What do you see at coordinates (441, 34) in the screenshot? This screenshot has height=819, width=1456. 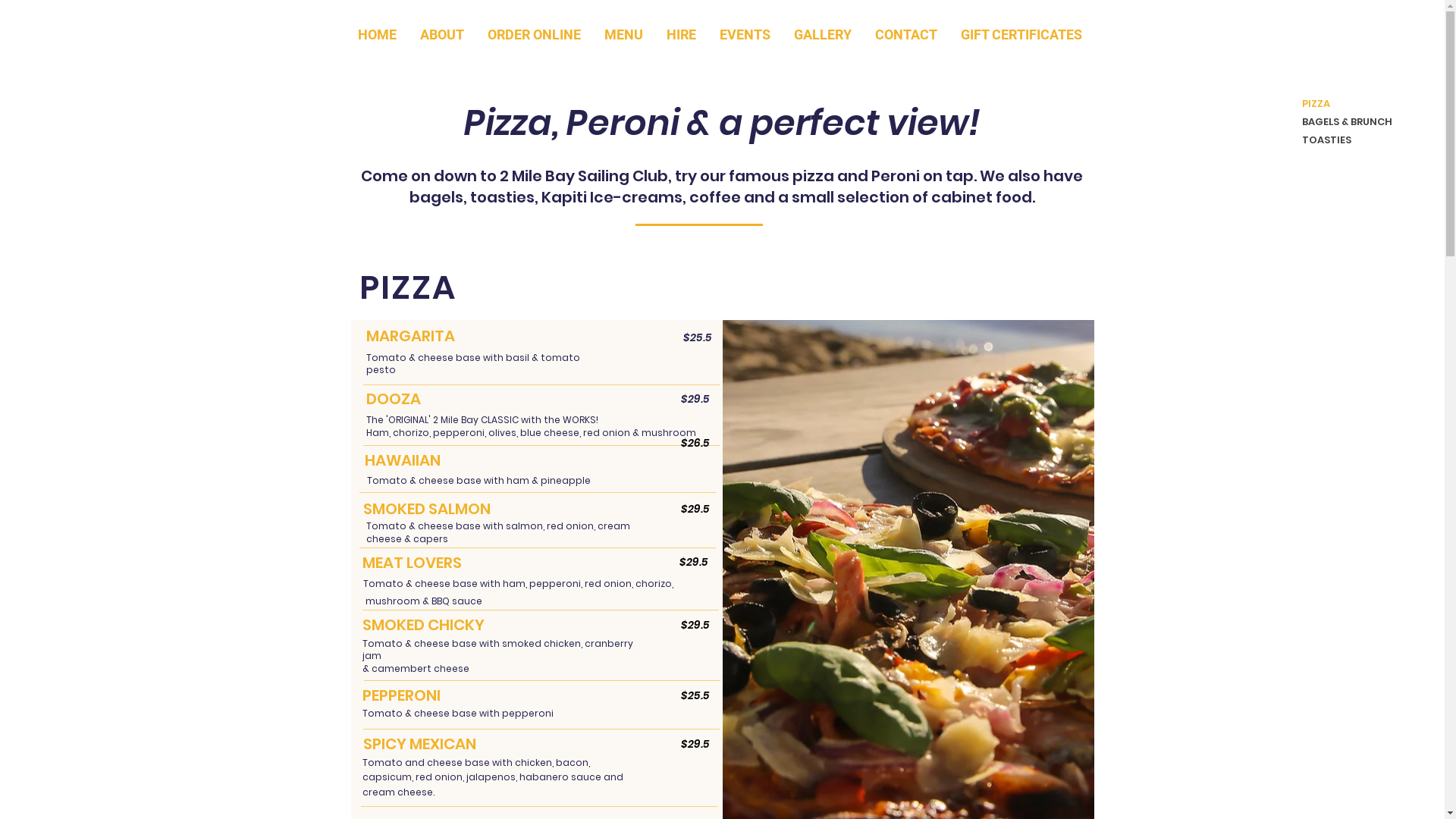 I see `'ABOUT'` at bounding box center [441, 34].